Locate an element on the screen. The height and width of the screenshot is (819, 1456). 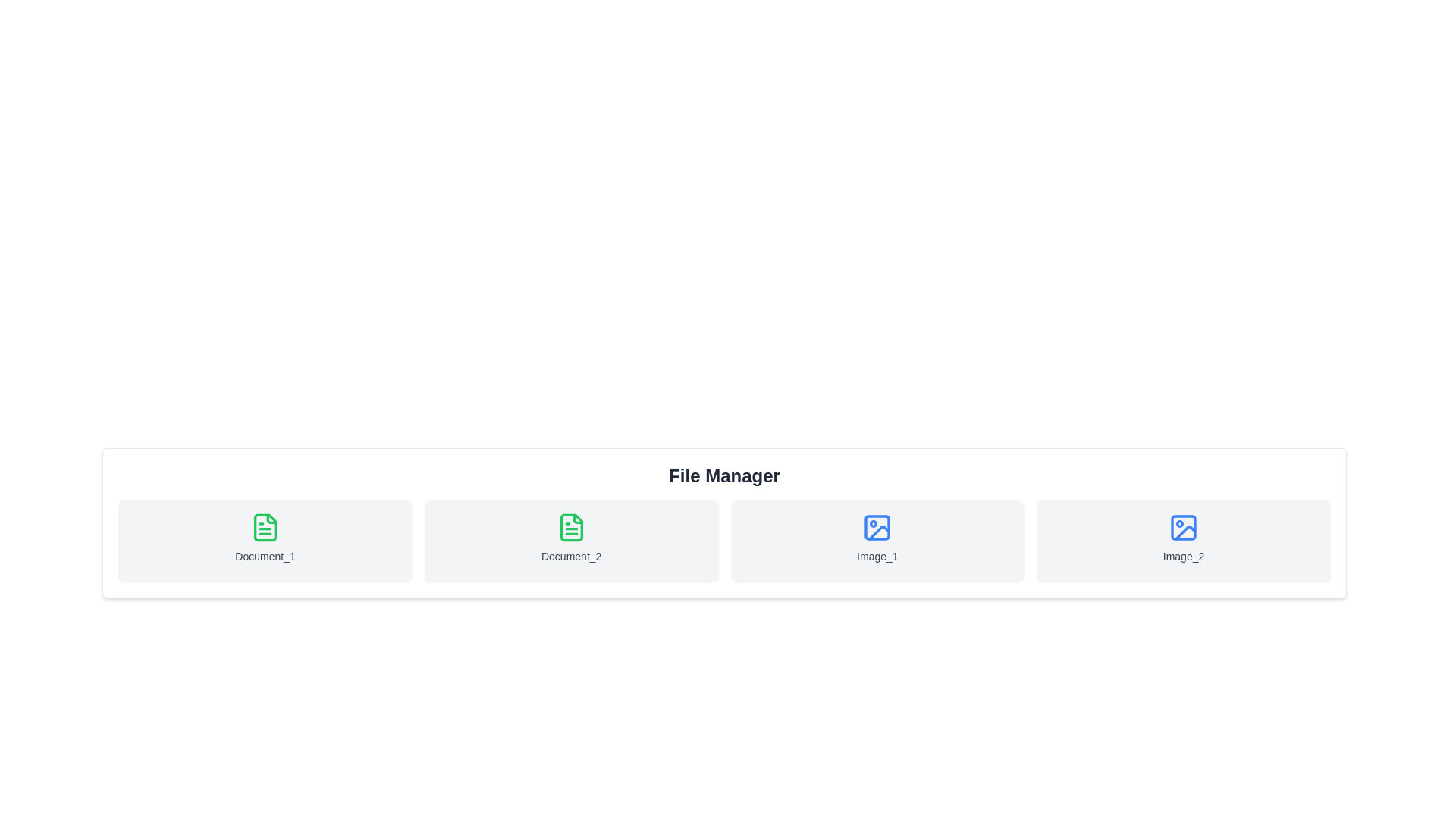
the green document icon within the card labeled 'Document_2' is located at coordinates (570, 526).